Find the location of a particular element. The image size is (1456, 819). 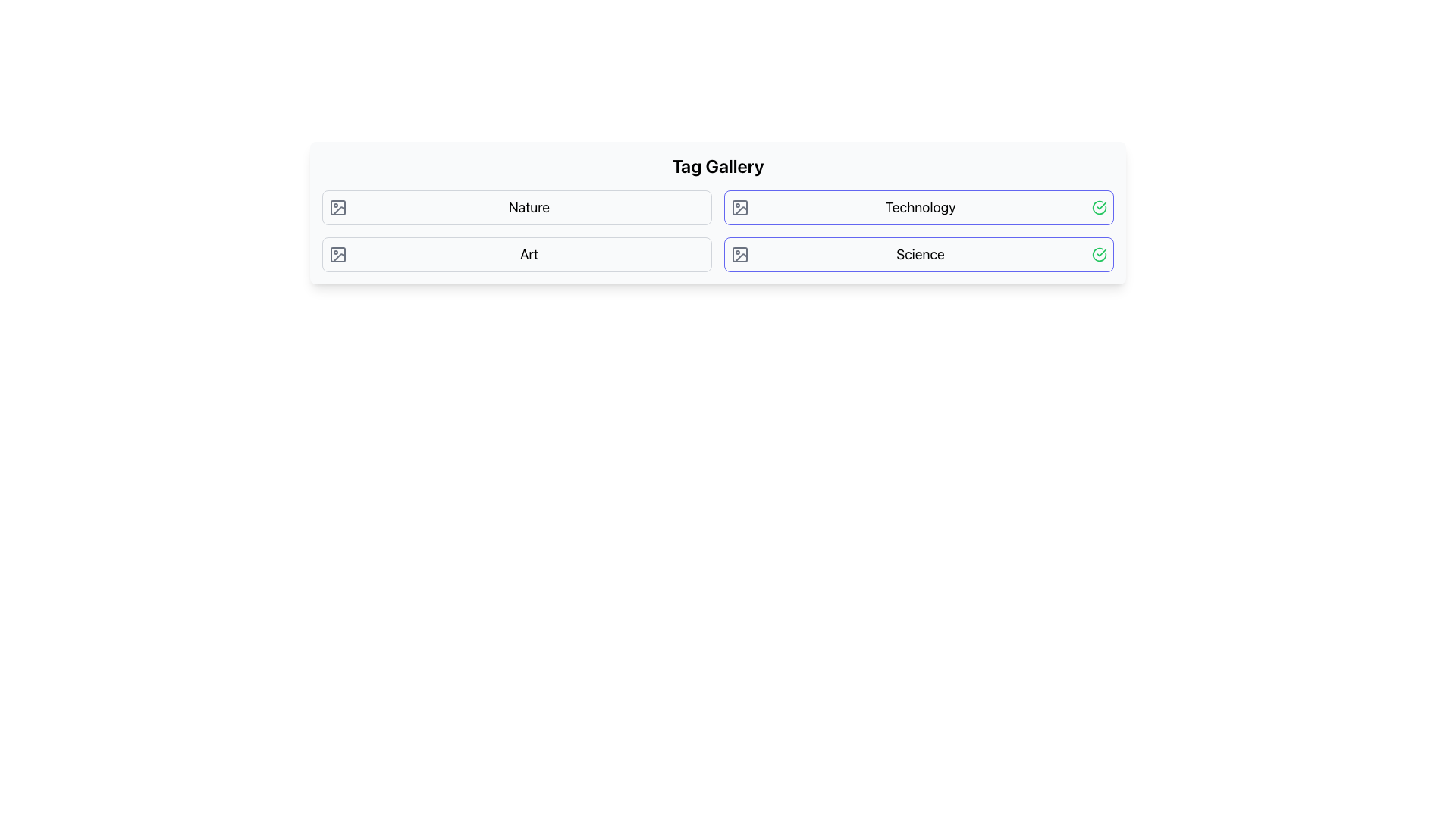

the second icon in the grid structure representing the 'Technology' section, which is encapsulated within a button labeled 'Technology' is located at coordinates (739, 207).